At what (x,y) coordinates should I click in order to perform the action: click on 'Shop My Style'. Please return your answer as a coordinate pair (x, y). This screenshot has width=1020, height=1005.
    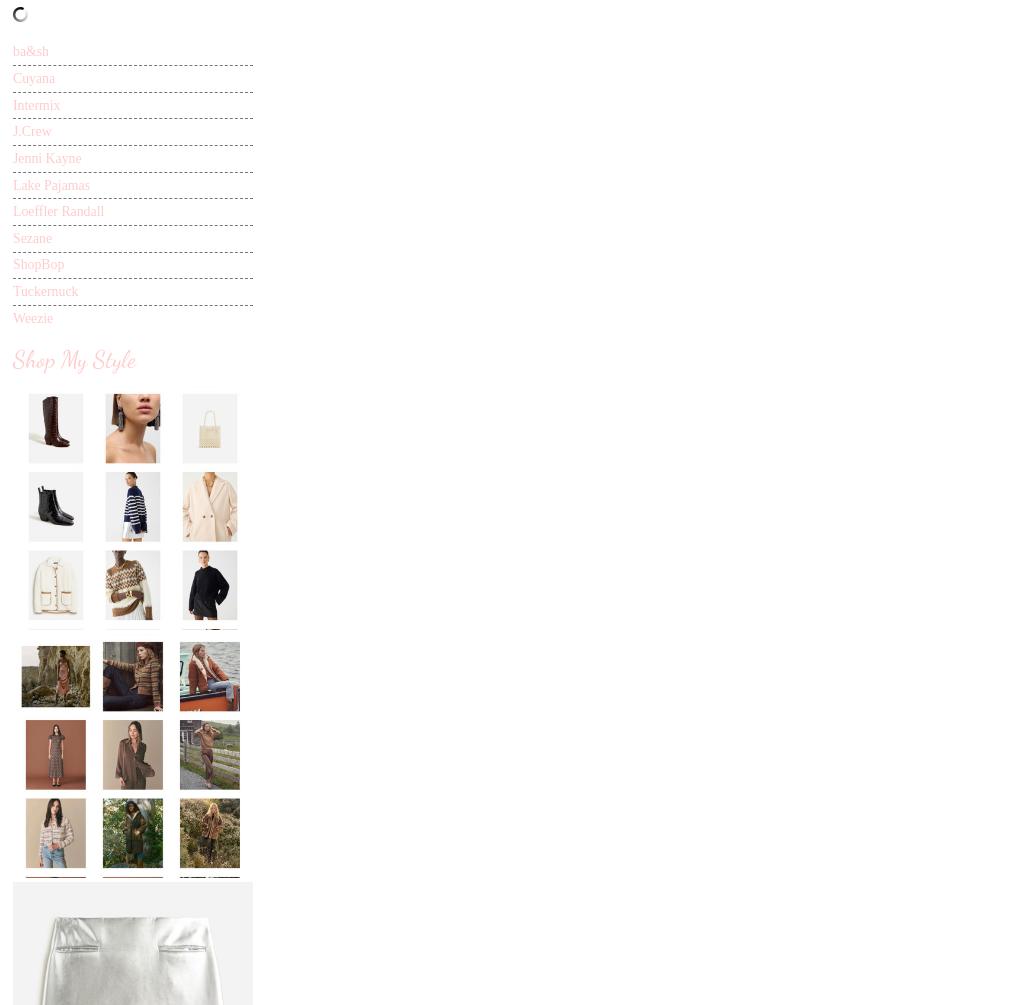
    Looking at the image, I should click on (74, 359).